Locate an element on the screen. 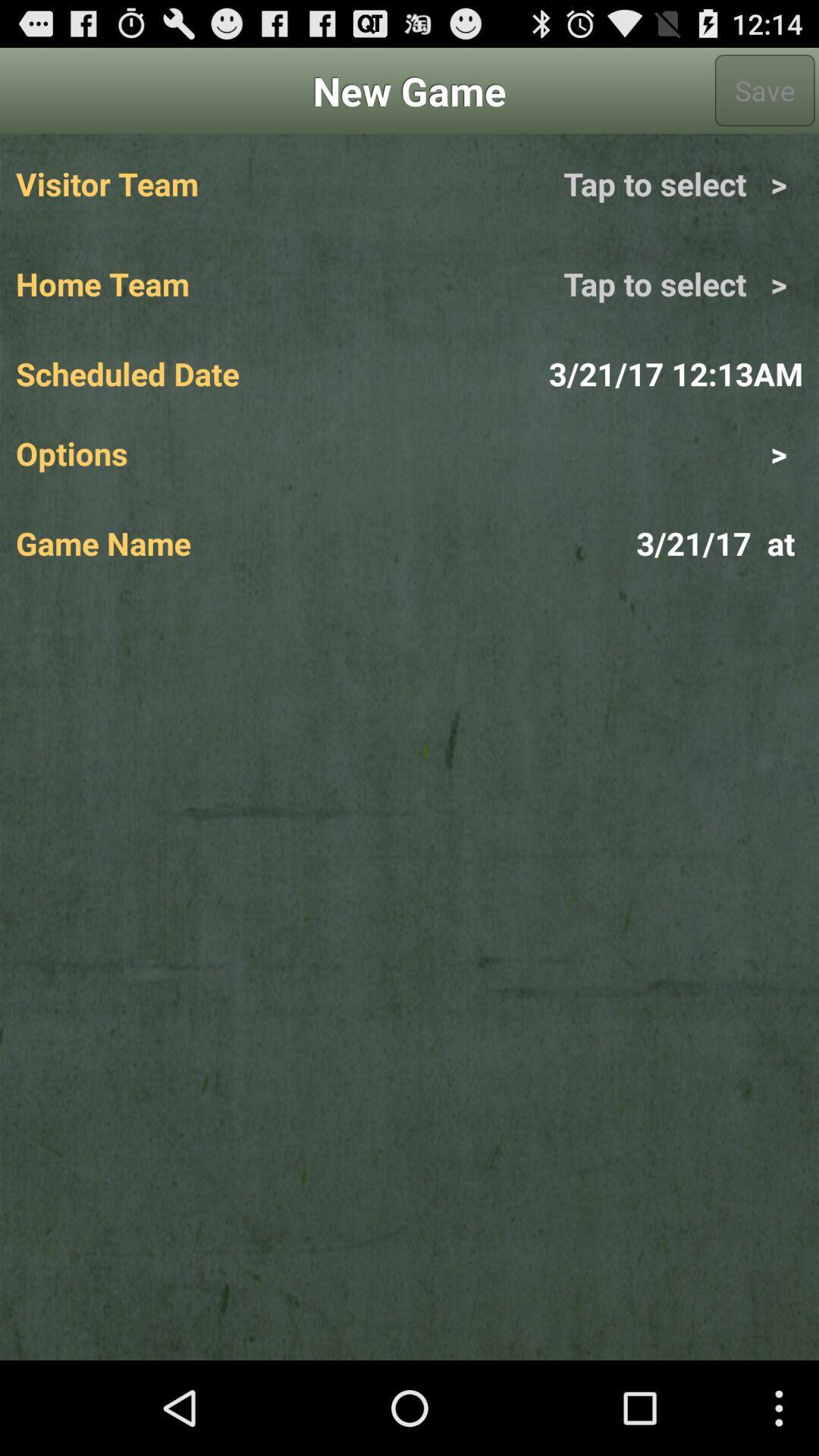  item at the bottom is located at coordinates (409, 977).